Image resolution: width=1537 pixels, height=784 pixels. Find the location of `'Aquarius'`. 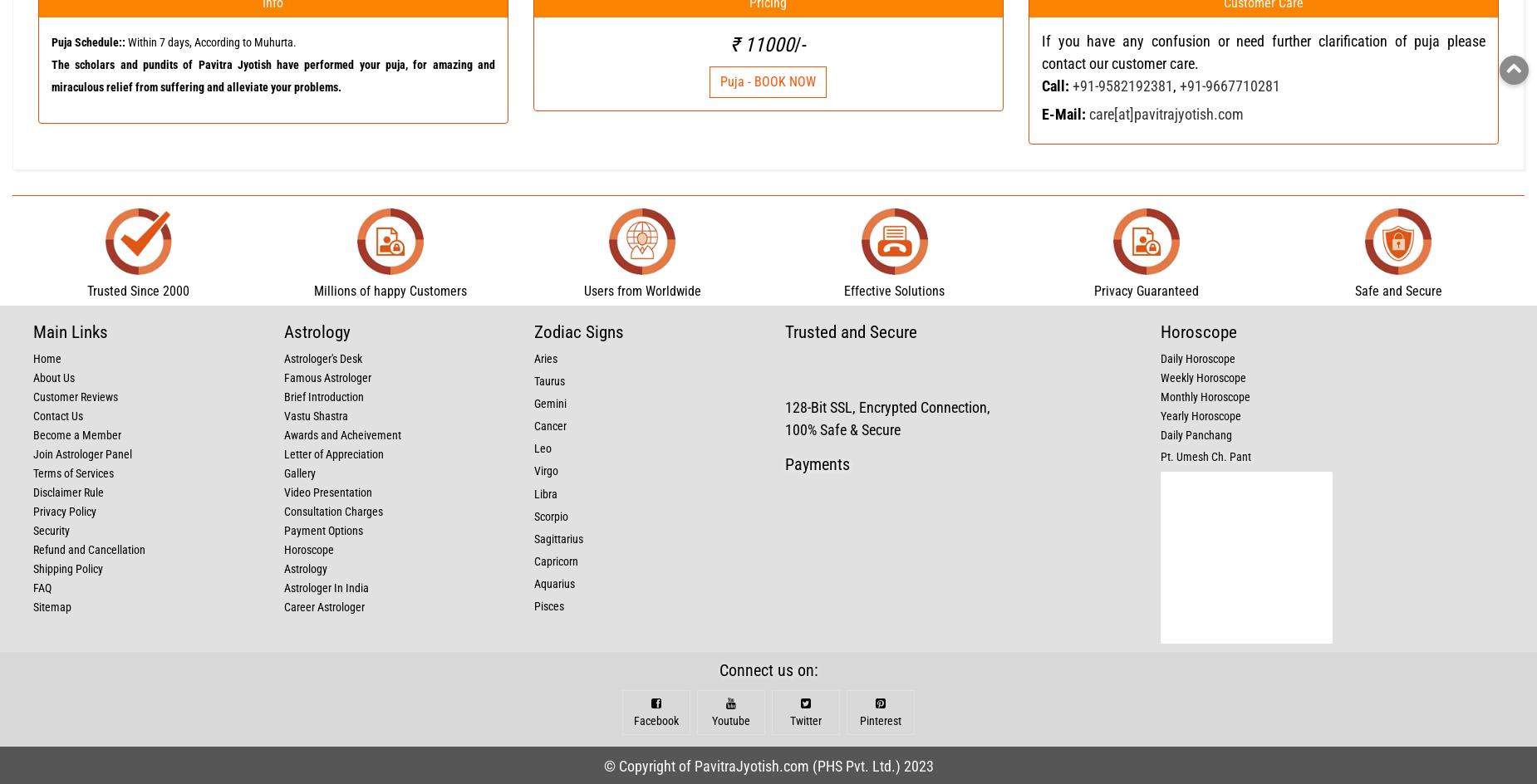

'Aquarius' is located at coordinates (554, 582).